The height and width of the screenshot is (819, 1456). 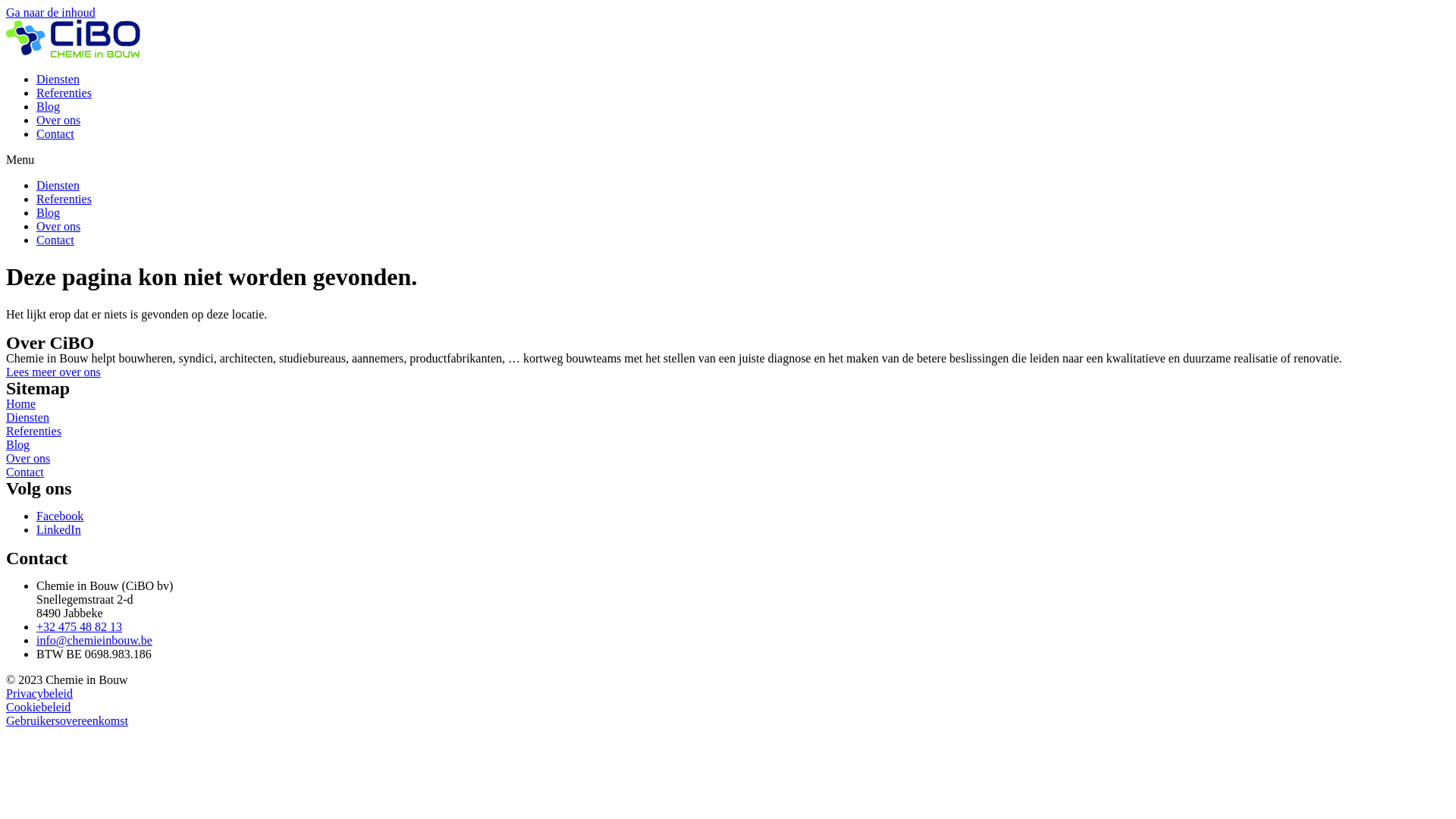 What do you see at coordinates (55, 133) in the screenshot?
I see `'Contact'` at bounding box center [55, 133].